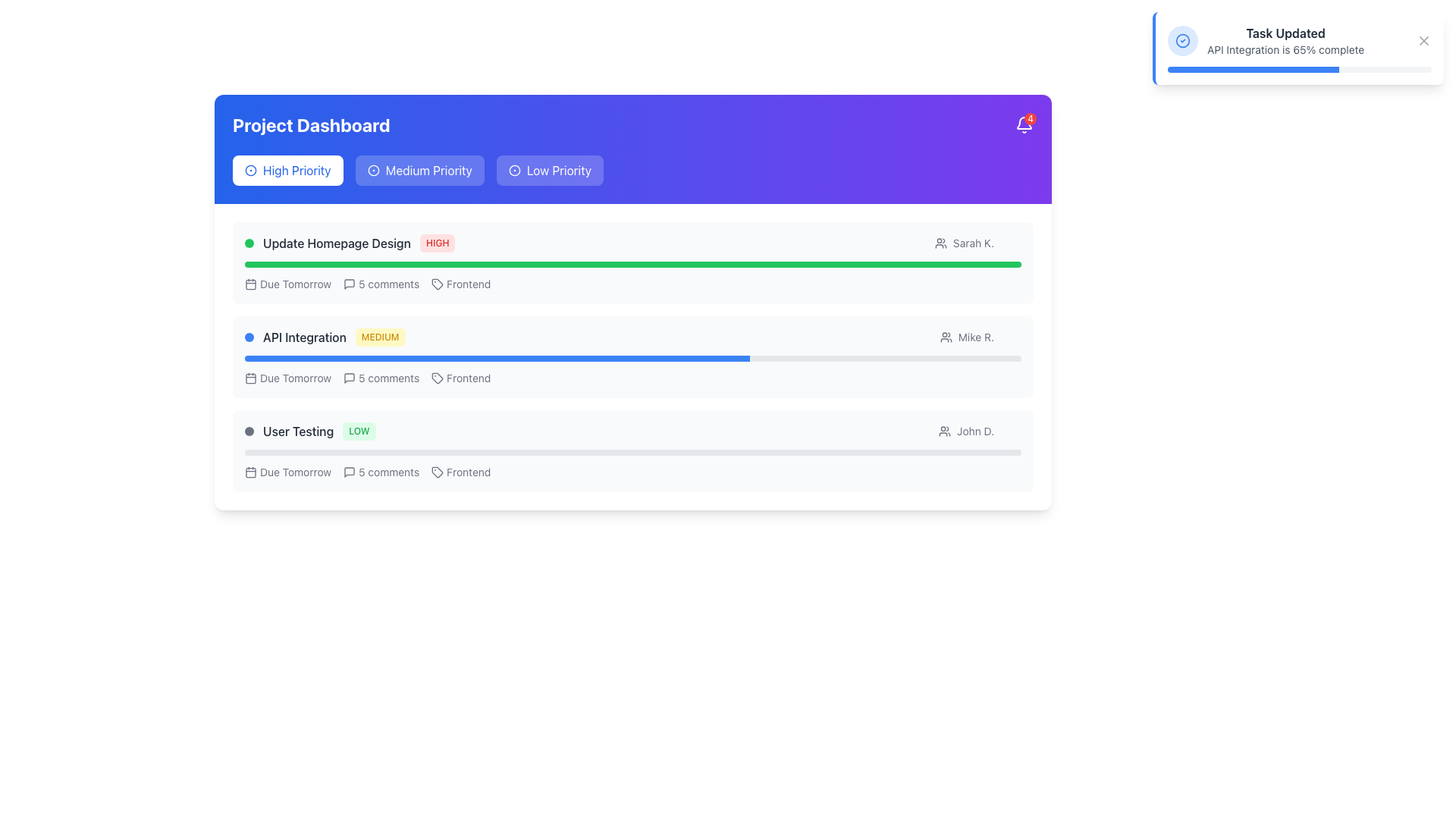 Image resolution: width=1456 pixels, height=819 pixels. Describe the element at coordinates (973, 242) in the screenshot. I see `the text label displaying the user's name, which is positioned in the top row of the task list area, adjacent to a user icon and to the right of a green progress bar` at that location.